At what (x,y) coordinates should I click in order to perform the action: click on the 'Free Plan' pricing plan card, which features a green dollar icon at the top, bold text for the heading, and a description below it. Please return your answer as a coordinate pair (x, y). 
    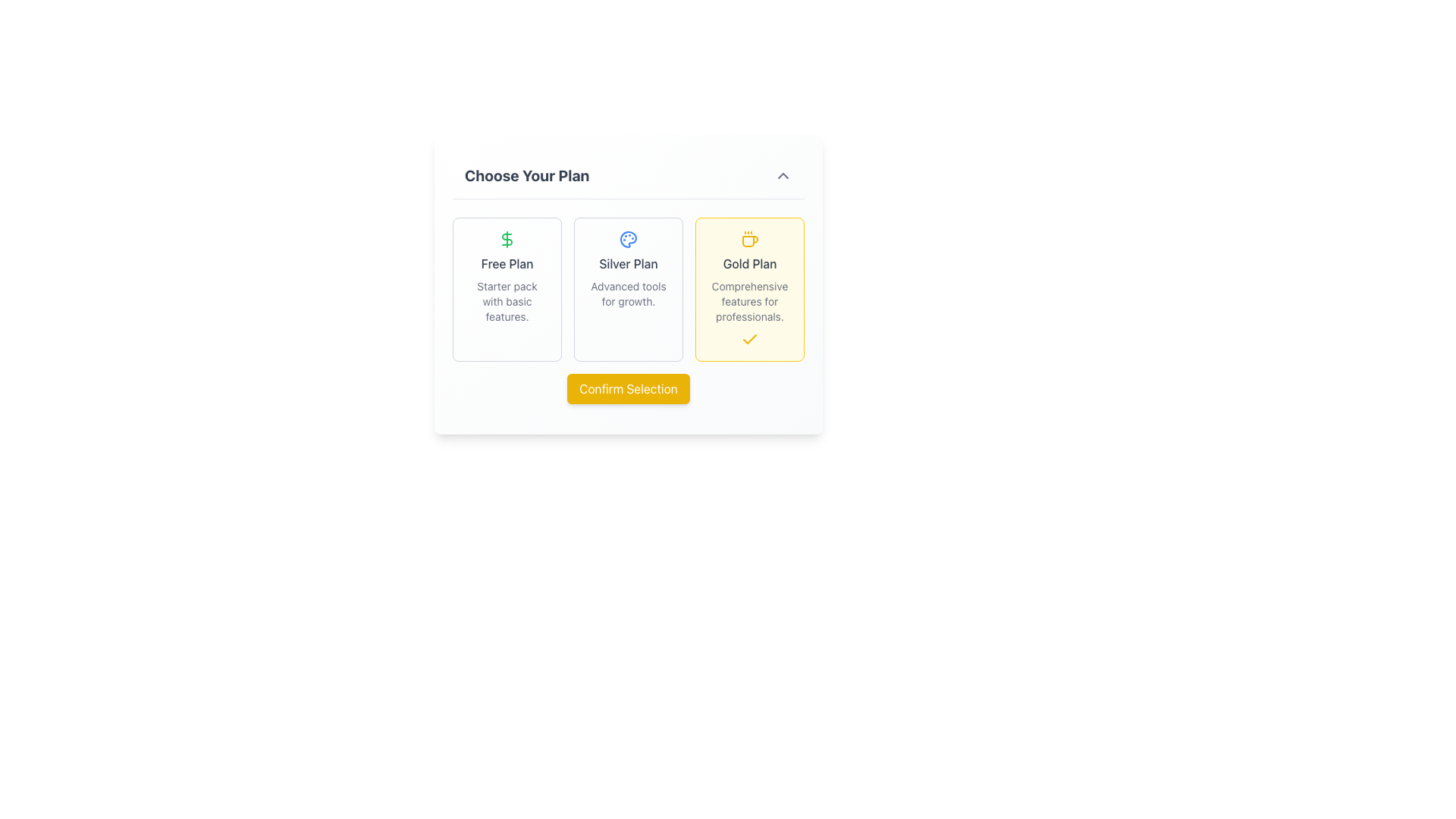
    Looking at the image, I should click on (507, 289).